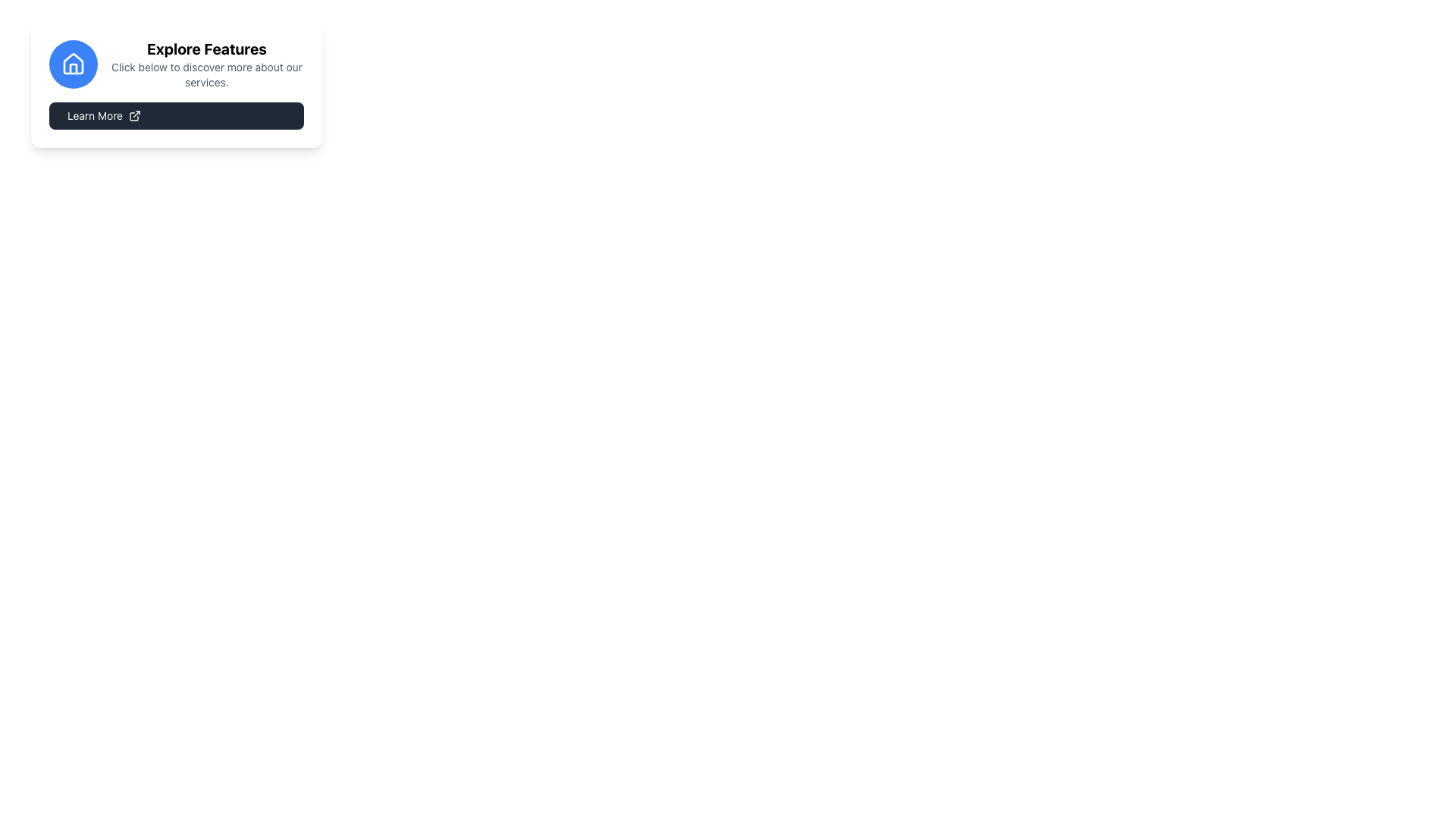 The width and height of the screenshot is (1456, 819). What do you see at coordinates (72, 63) in the screenshot?
I see `the Icon button, which is a visual indicator for home-related features, located leftmost in the section near 'Explore Features'` at bounding box center [72, 63].